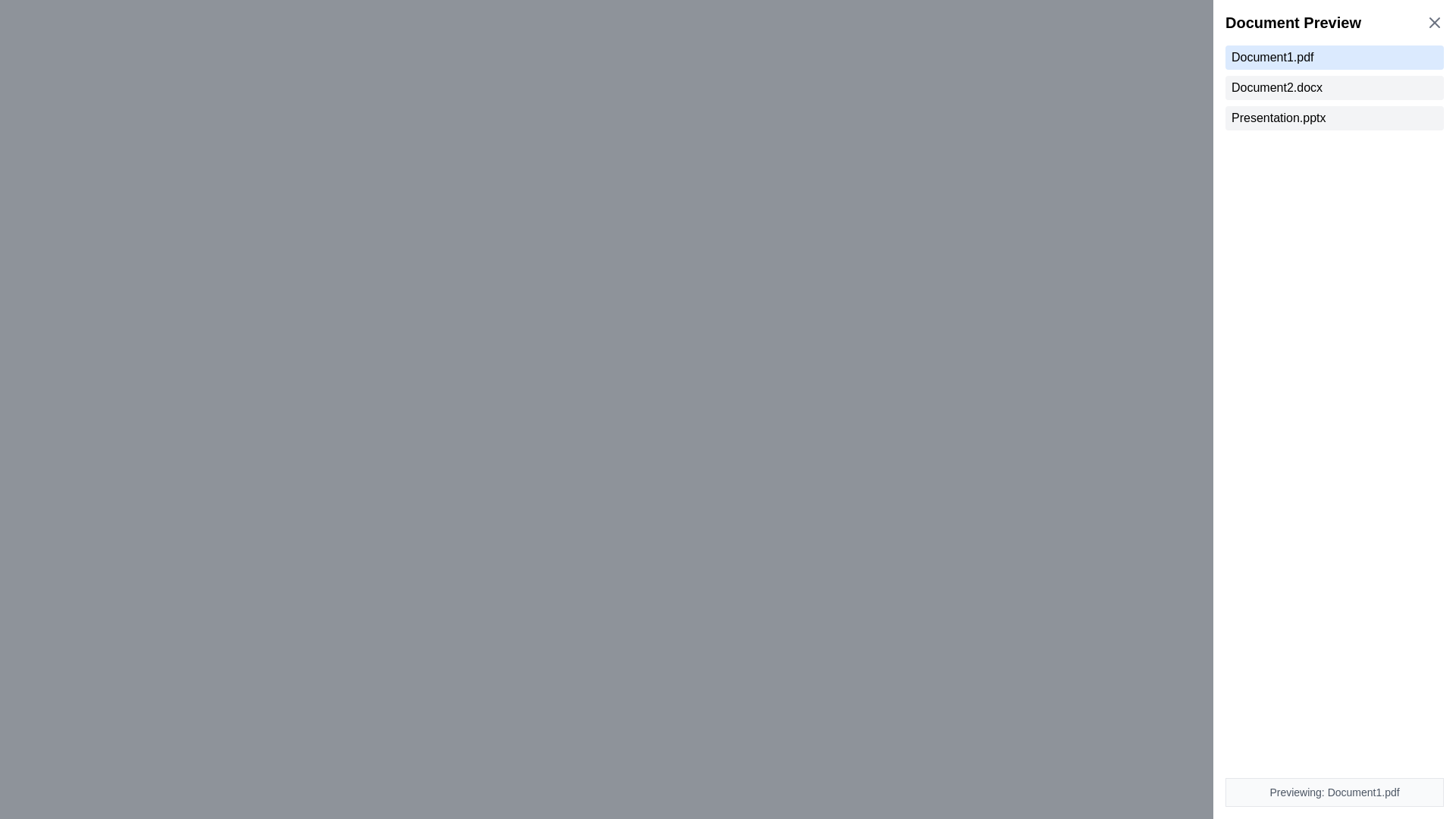 The height and width of the screenshot is (819, 1456). I want to click on the button labeled 'Document1.pdf' in the right-hand panel of the 'Document Preview' section, so click(1335, 57).